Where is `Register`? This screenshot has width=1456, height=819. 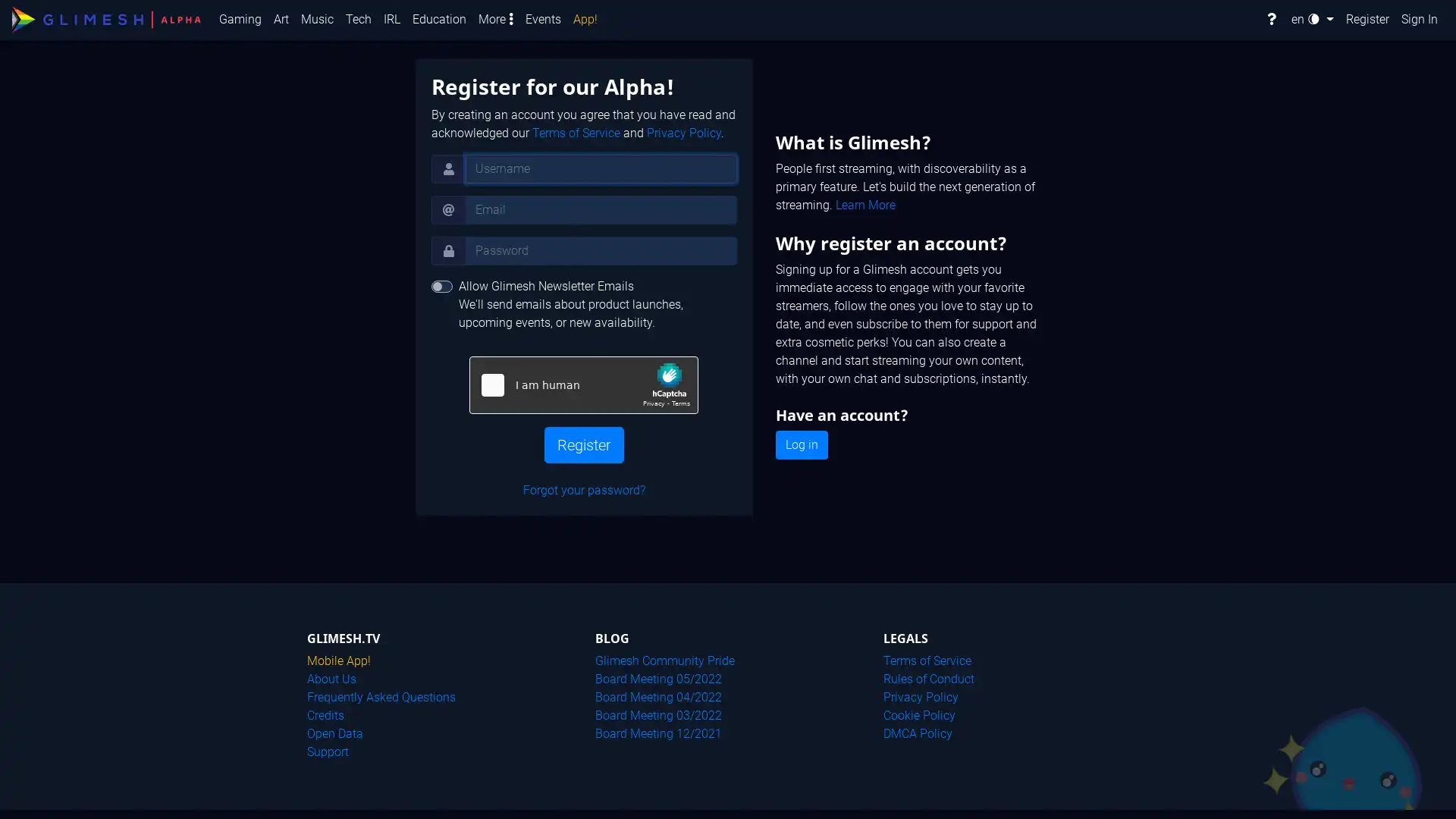
Register is located at coordinates (582, 444).